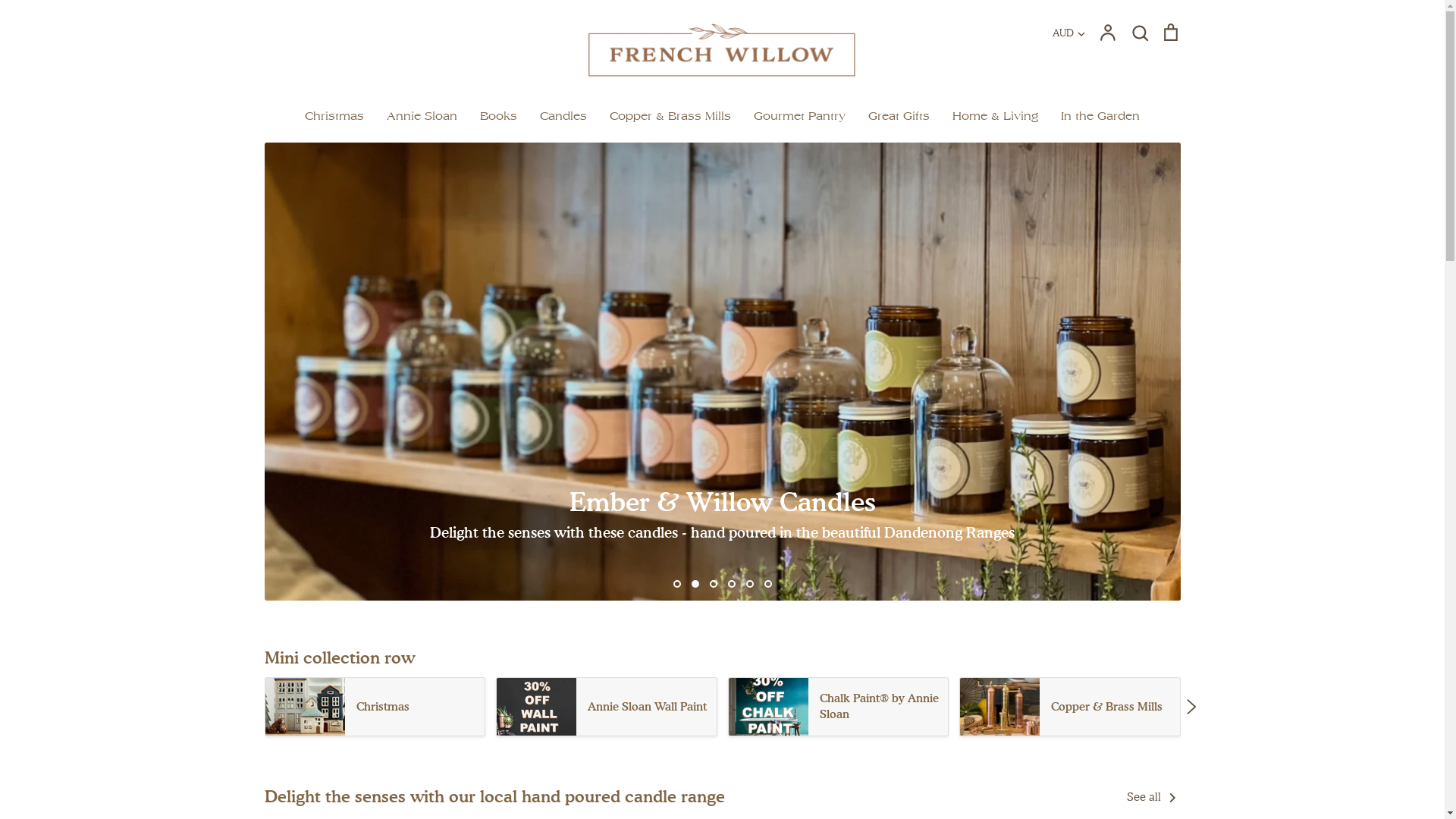  I want to click on 'See all', so click(1153, 795).